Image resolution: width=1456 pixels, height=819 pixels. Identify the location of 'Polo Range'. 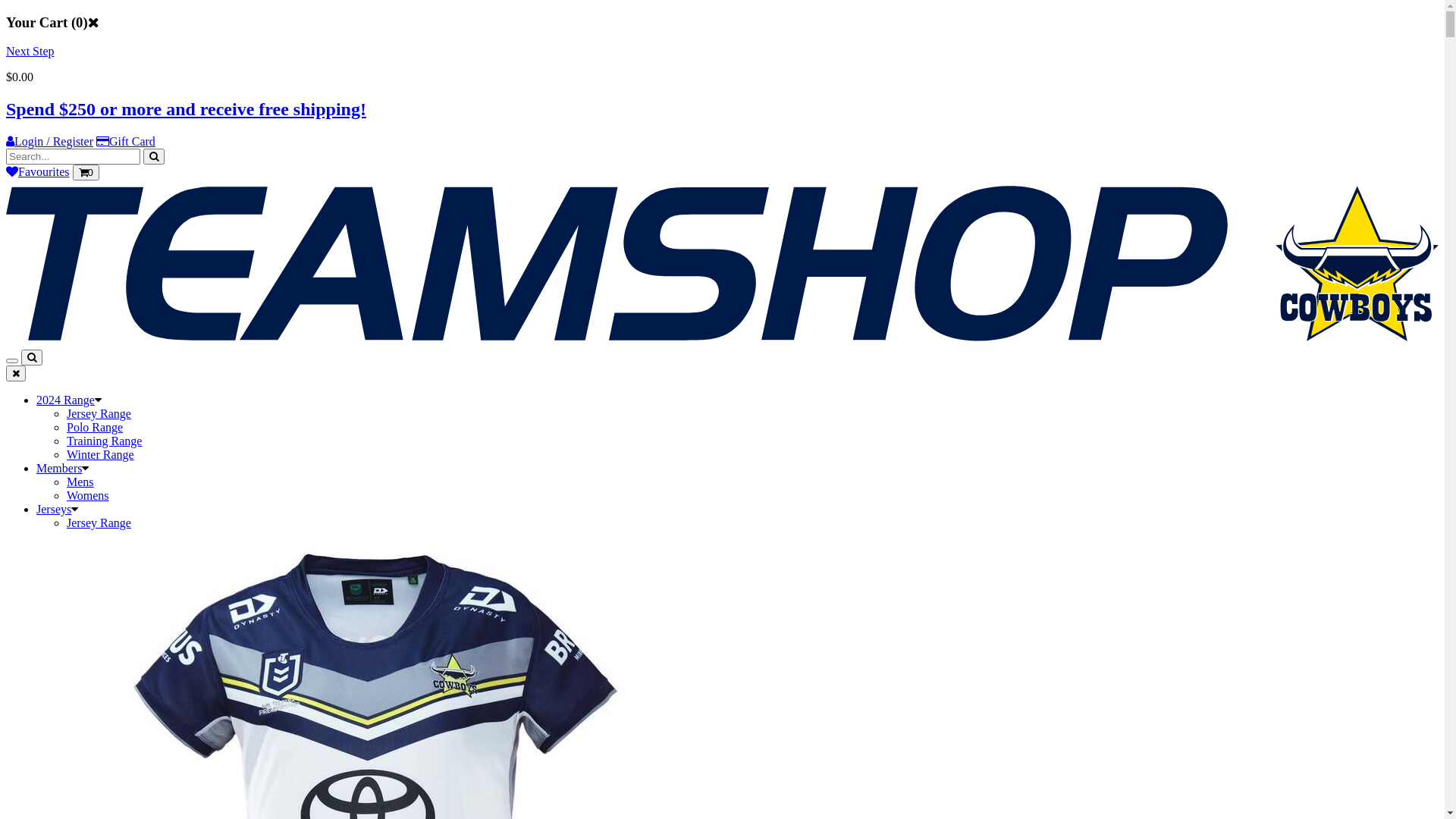
(93, 427).